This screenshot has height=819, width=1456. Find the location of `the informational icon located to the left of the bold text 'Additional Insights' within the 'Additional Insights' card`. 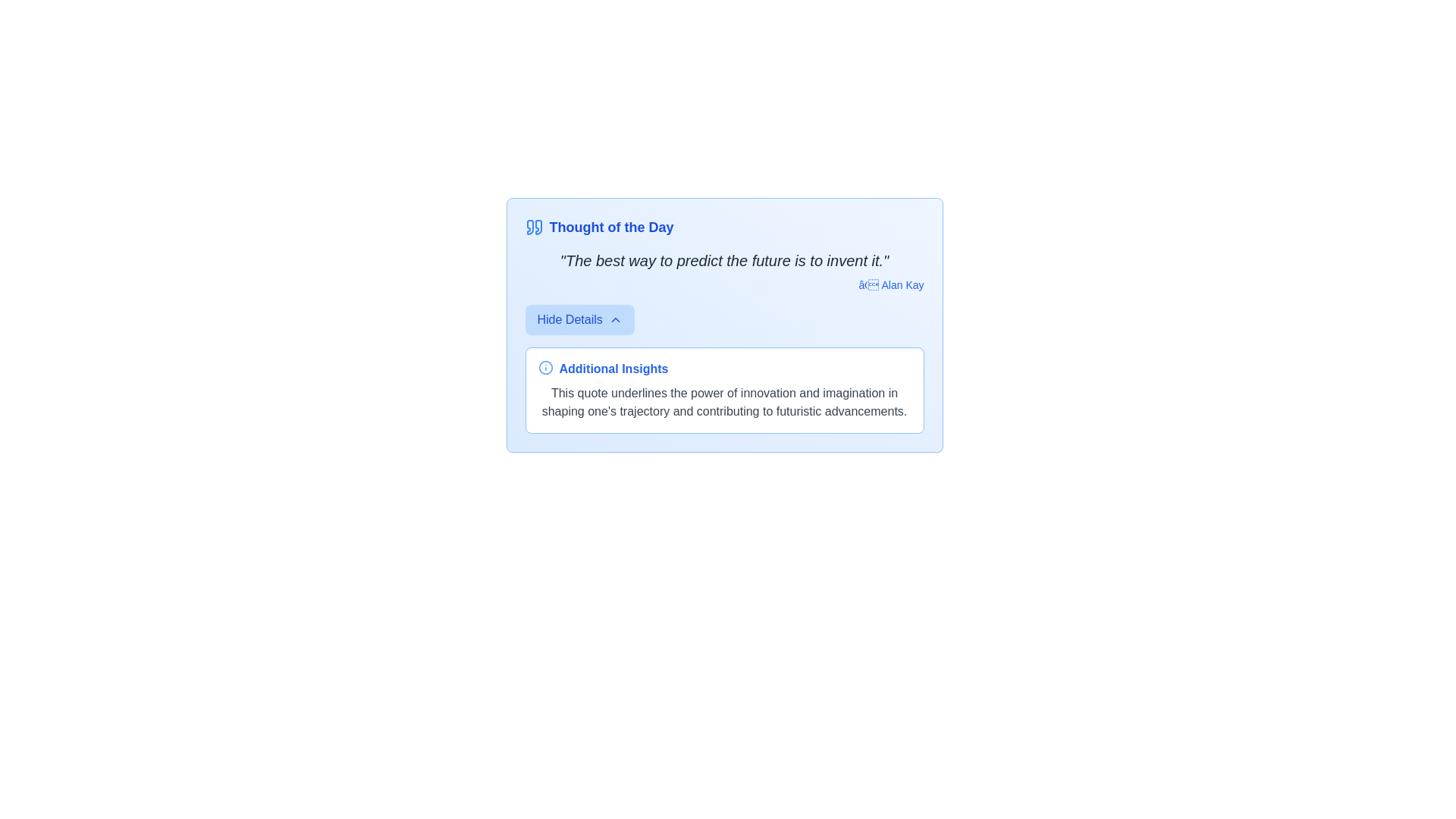

the informational icon located to the left of the bold text 'Additional Insights' within the 'Additional Insights' card is located at coordinates (545, 368).